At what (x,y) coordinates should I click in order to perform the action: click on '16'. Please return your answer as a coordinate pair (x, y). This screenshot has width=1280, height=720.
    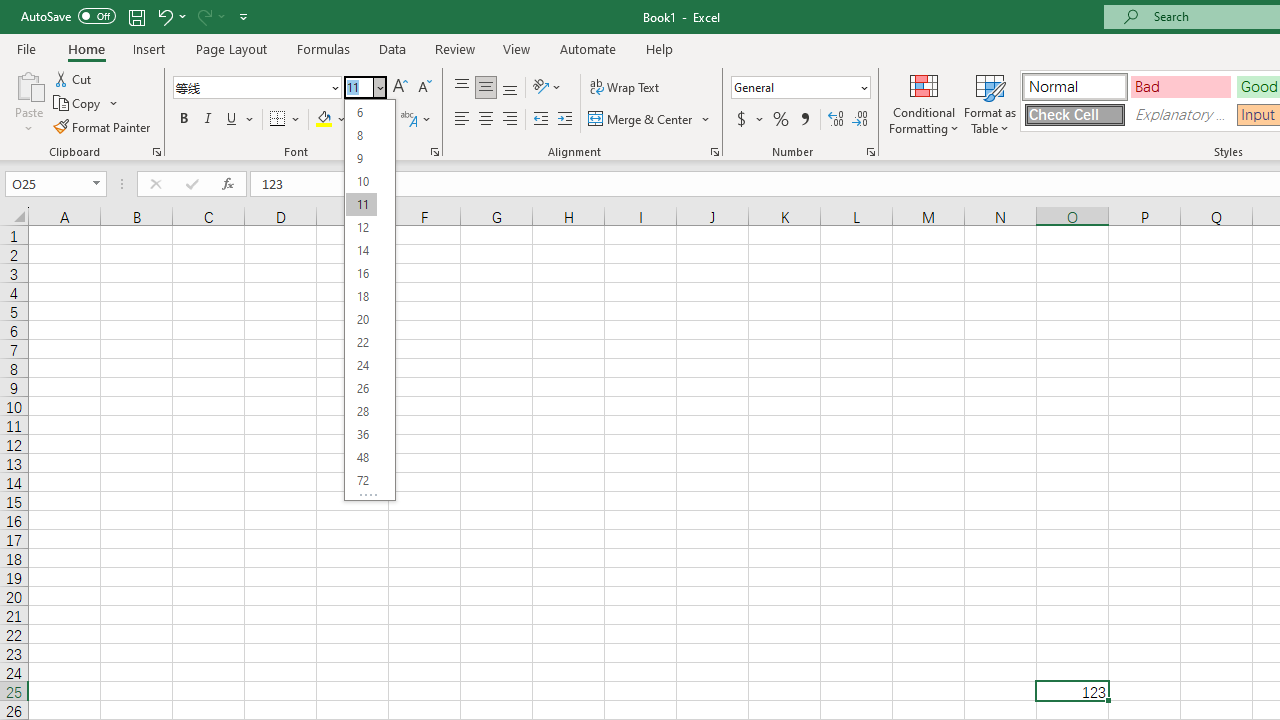
    Looking at the image, I should click on (361, 273).